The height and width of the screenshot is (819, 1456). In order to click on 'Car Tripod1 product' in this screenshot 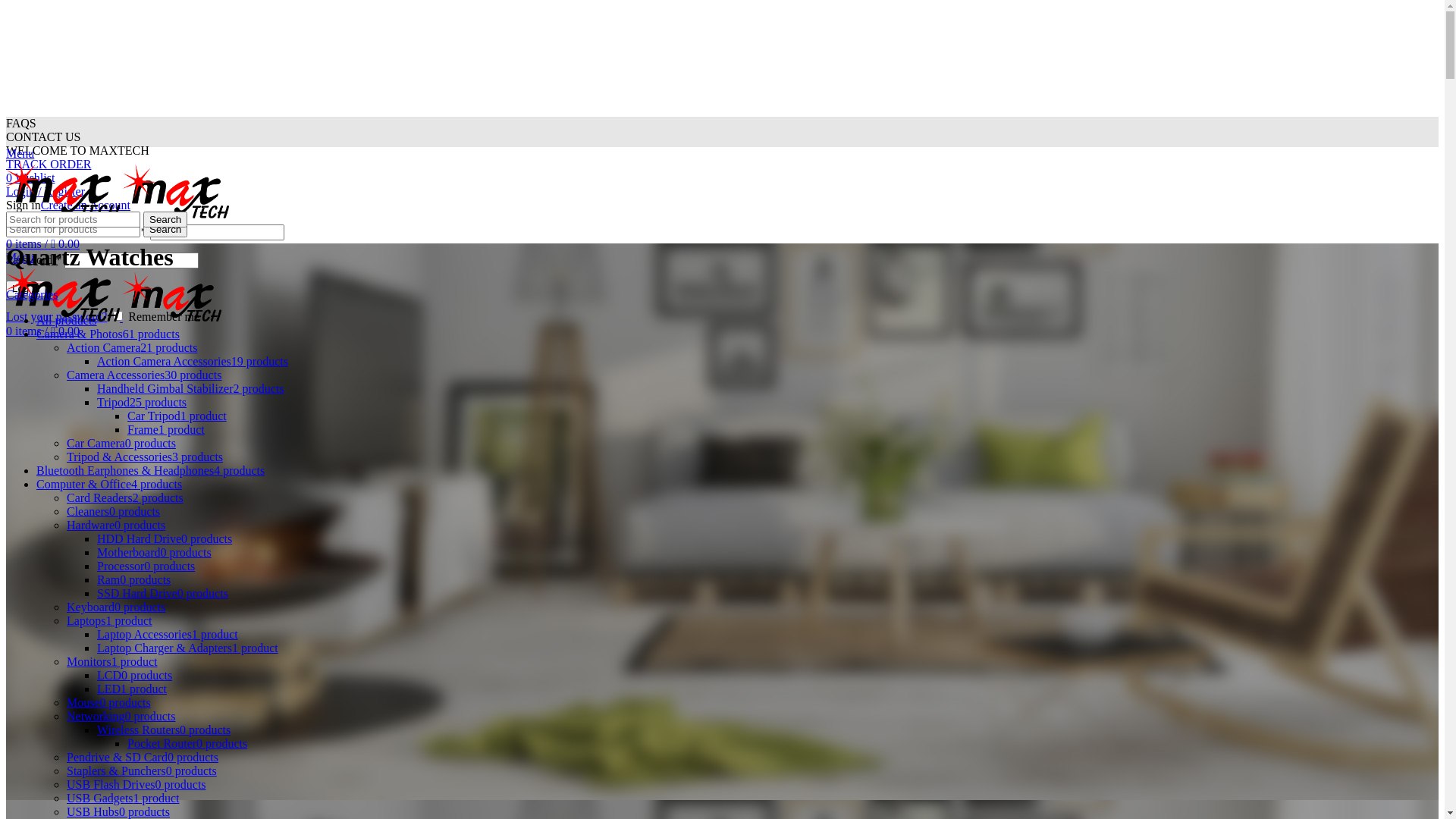, I will do `click(177, 416)`.